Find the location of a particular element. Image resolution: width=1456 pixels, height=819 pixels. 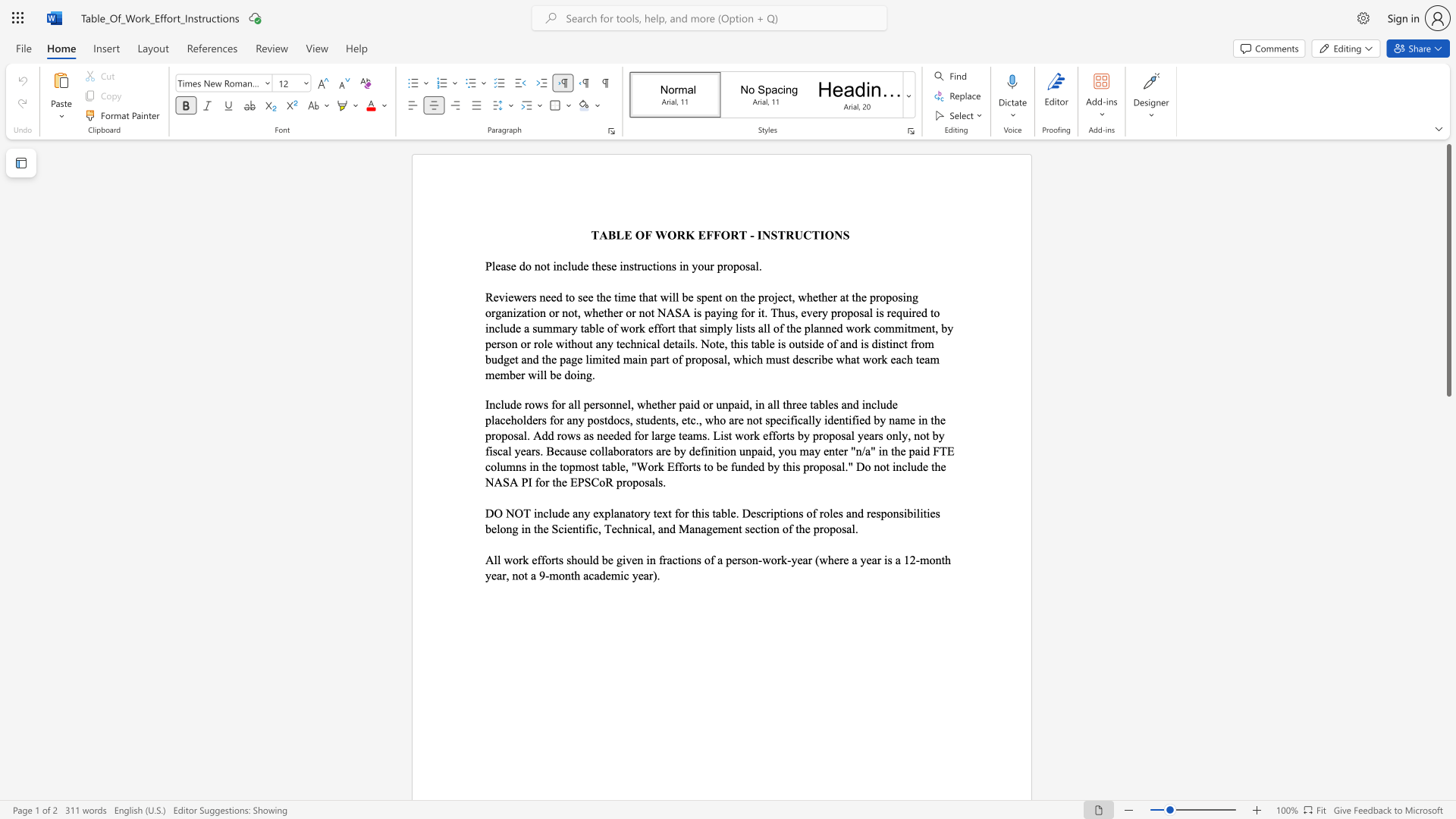

the scrollbar on the right is located at coordinates (1448, 469).